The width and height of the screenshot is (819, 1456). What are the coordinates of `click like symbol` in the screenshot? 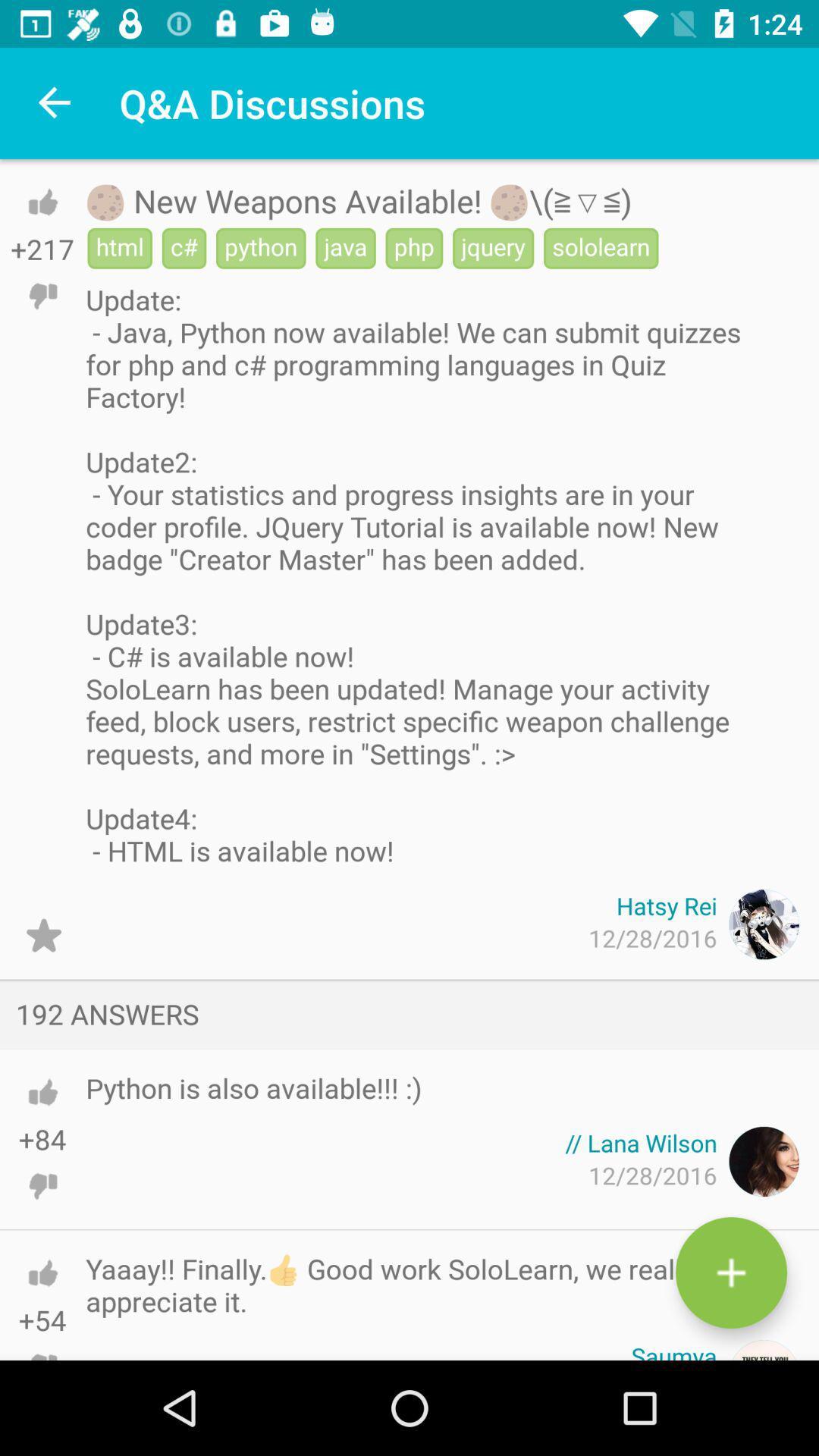 It's located at (42, 1092).